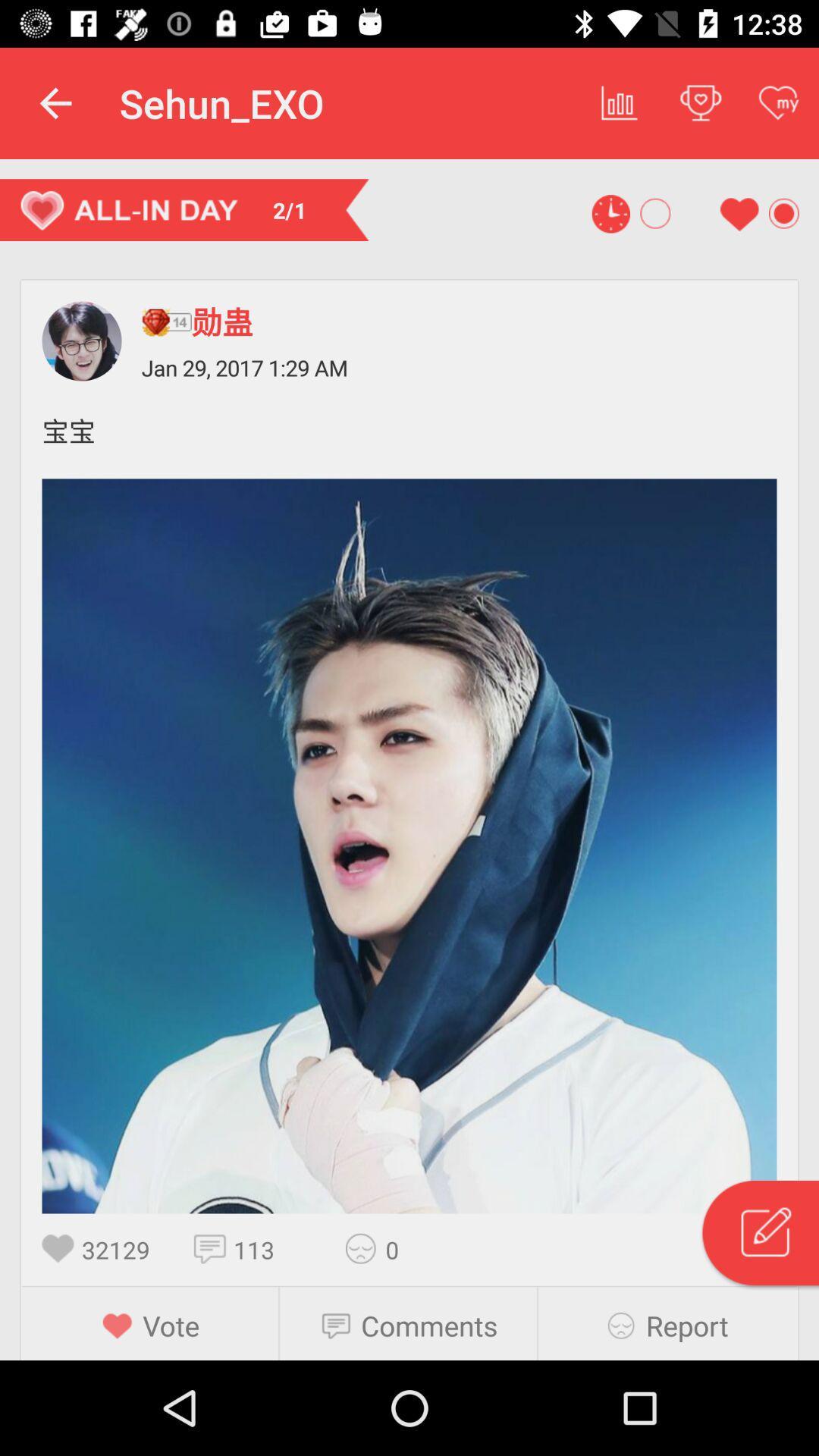  Describe the element at coordinates (82, 340) in the screenshot. I see `shows profile option` at that location.